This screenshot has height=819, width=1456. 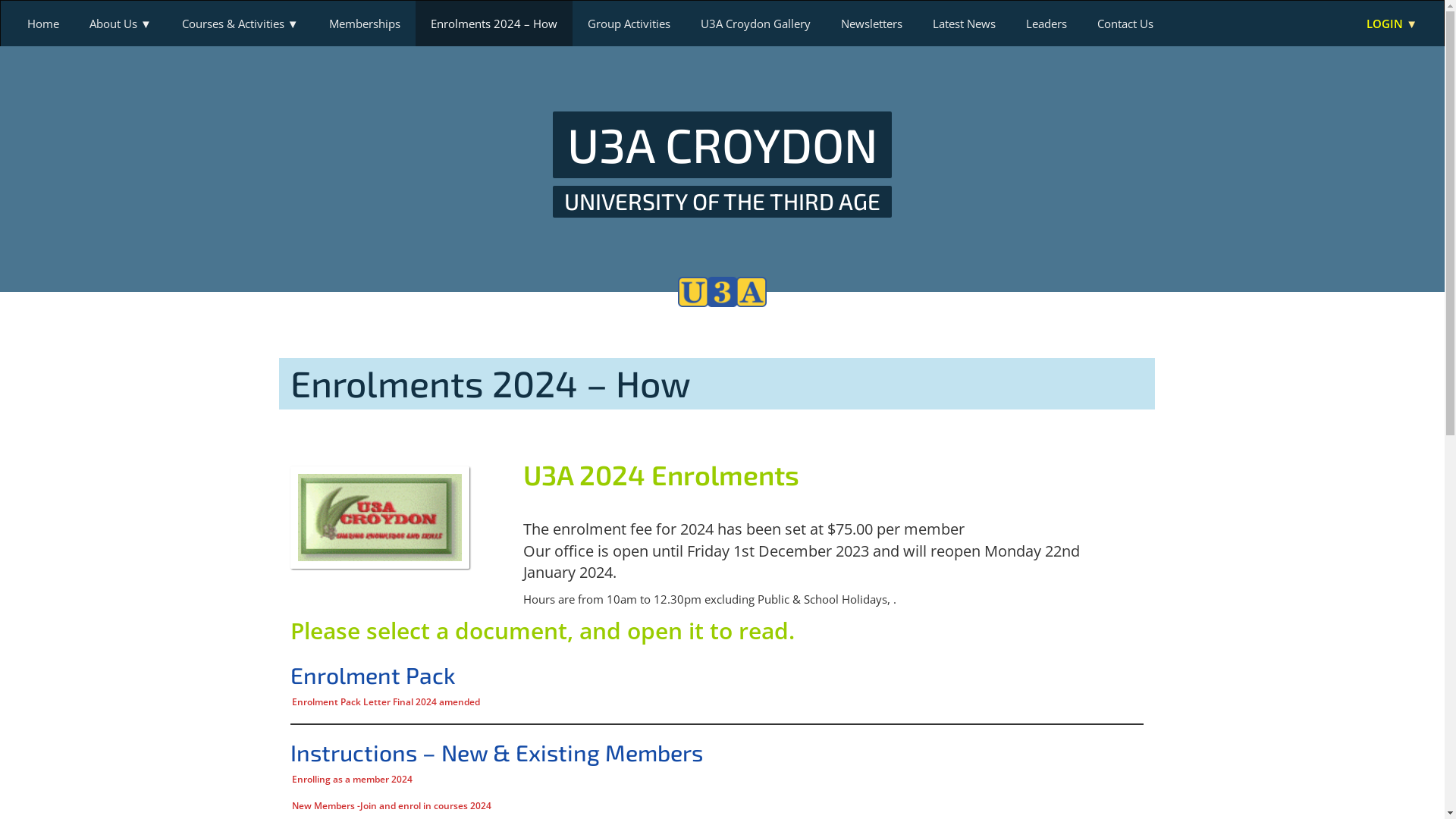 What do you see at coordinates (916, 23) in the screenshot?
I see `'Latest News'` at bounding box center [916, 23].